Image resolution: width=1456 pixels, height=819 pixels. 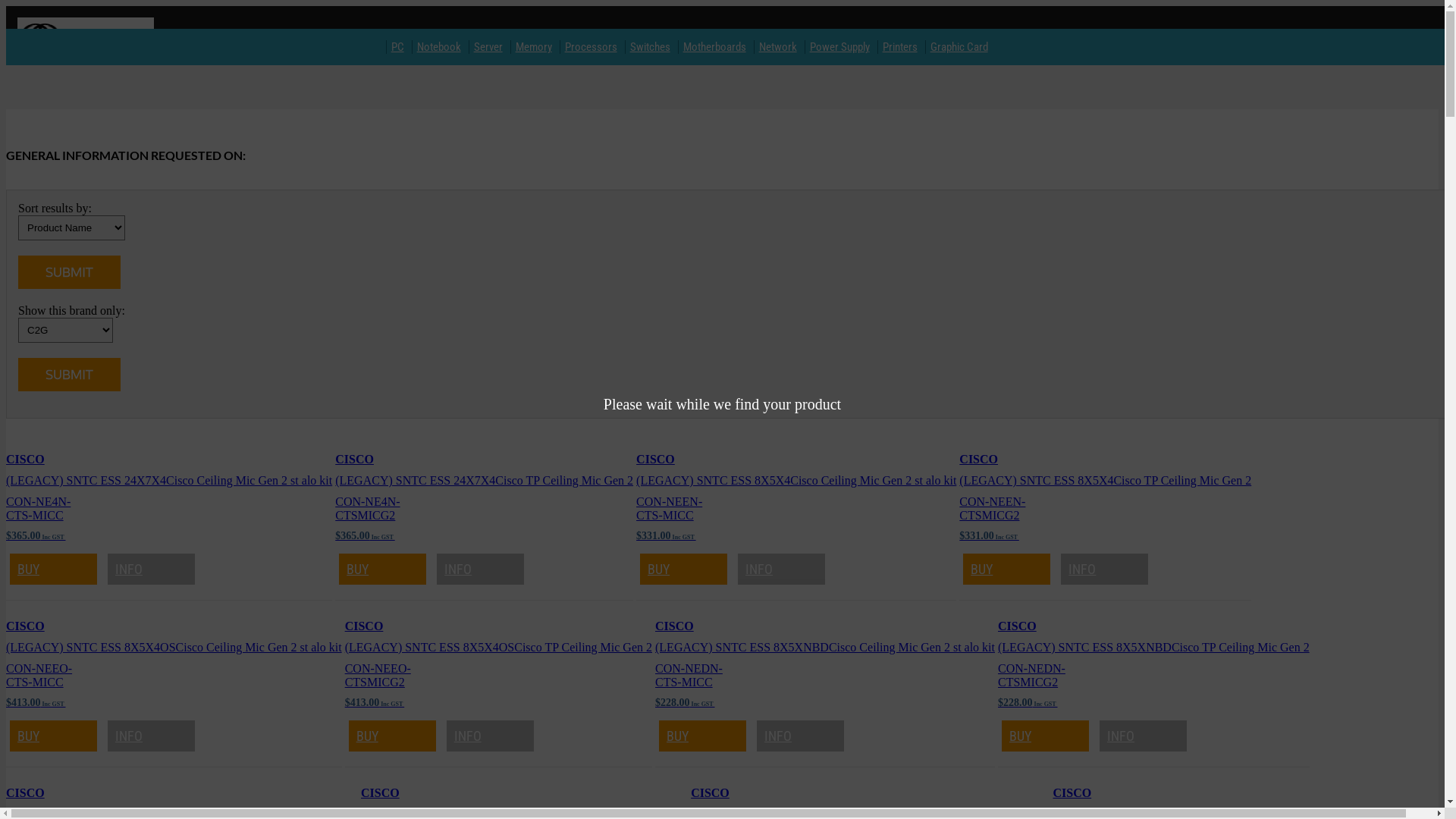 What do you see at coordinates (438, 45) in the screenshot?
I see `'Notebook'` at bounding box center [438, 45].